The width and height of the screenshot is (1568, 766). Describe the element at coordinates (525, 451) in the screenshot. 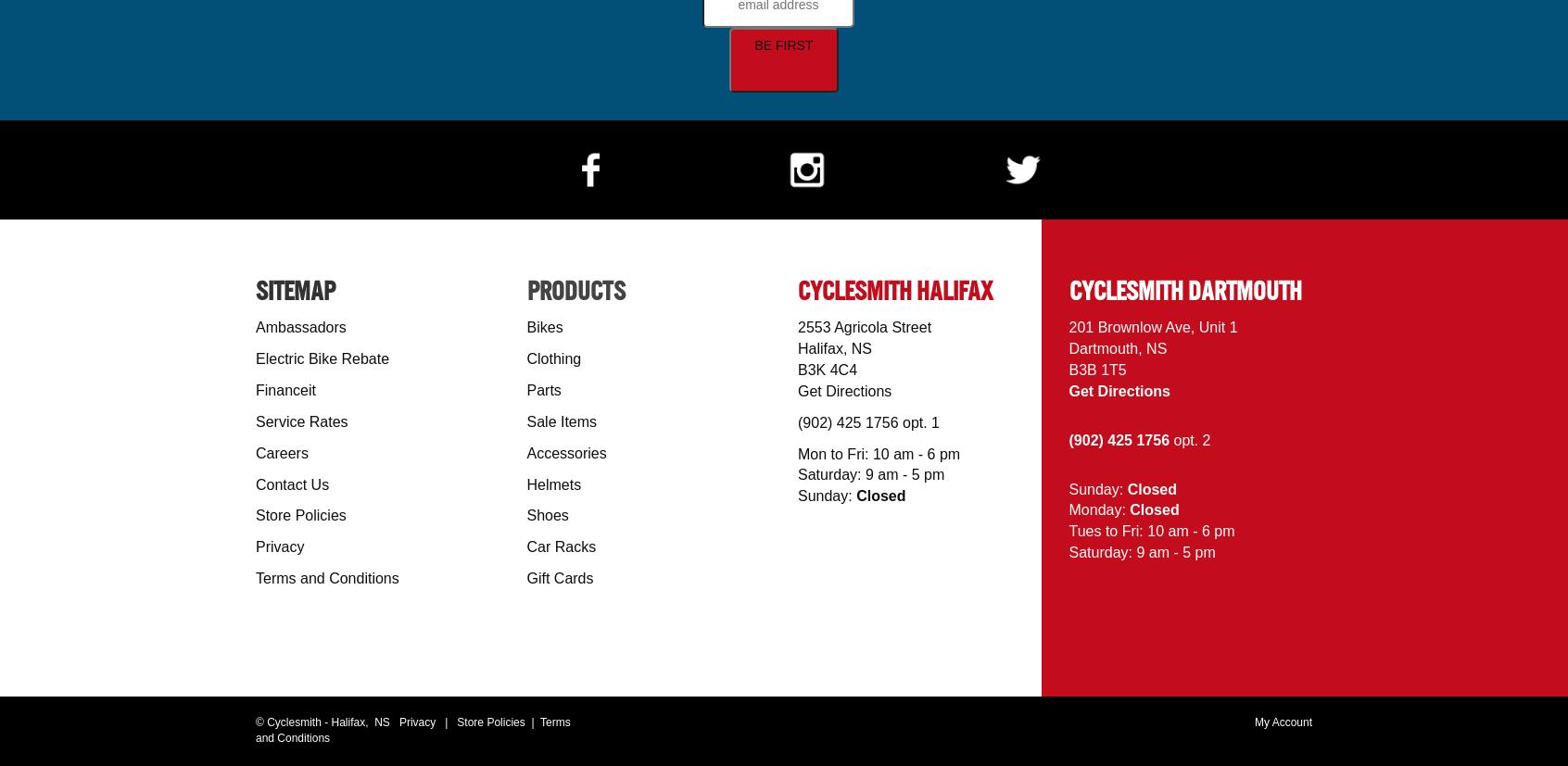

I see `'Accessories'` at that location.